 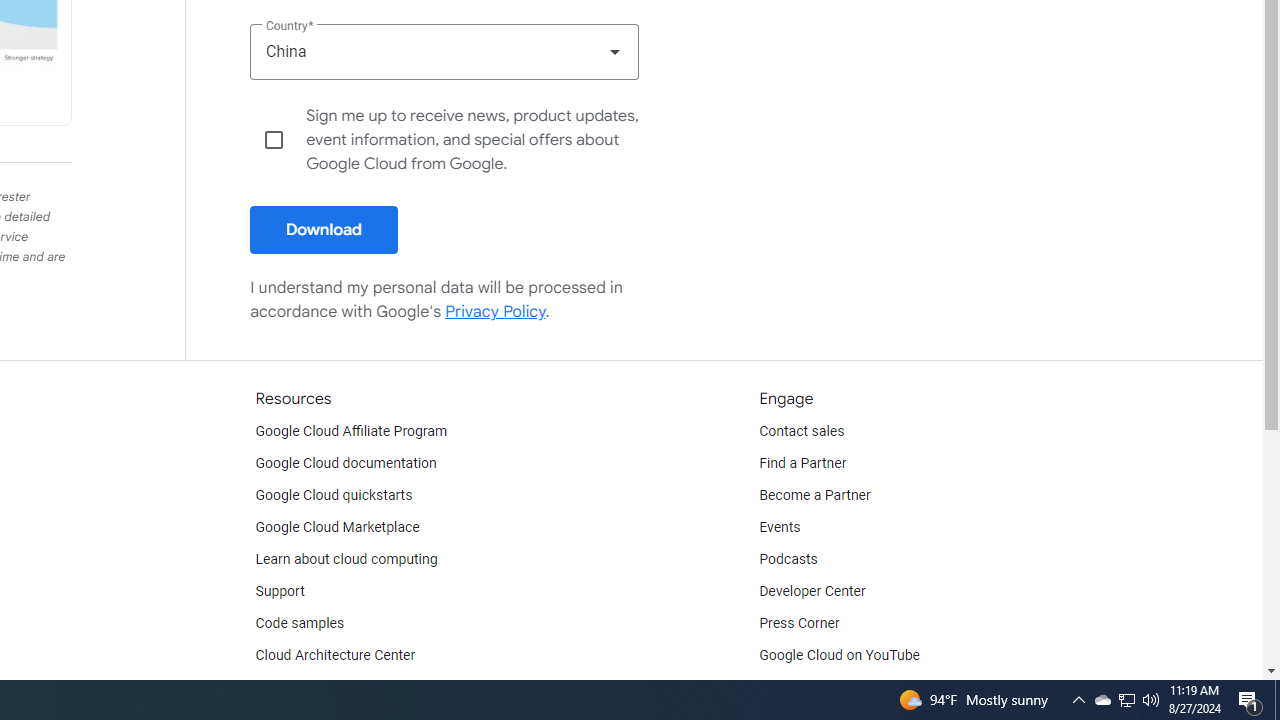 I want to click on 'Google Cloud quickstarts', so click(x=334, y=495).